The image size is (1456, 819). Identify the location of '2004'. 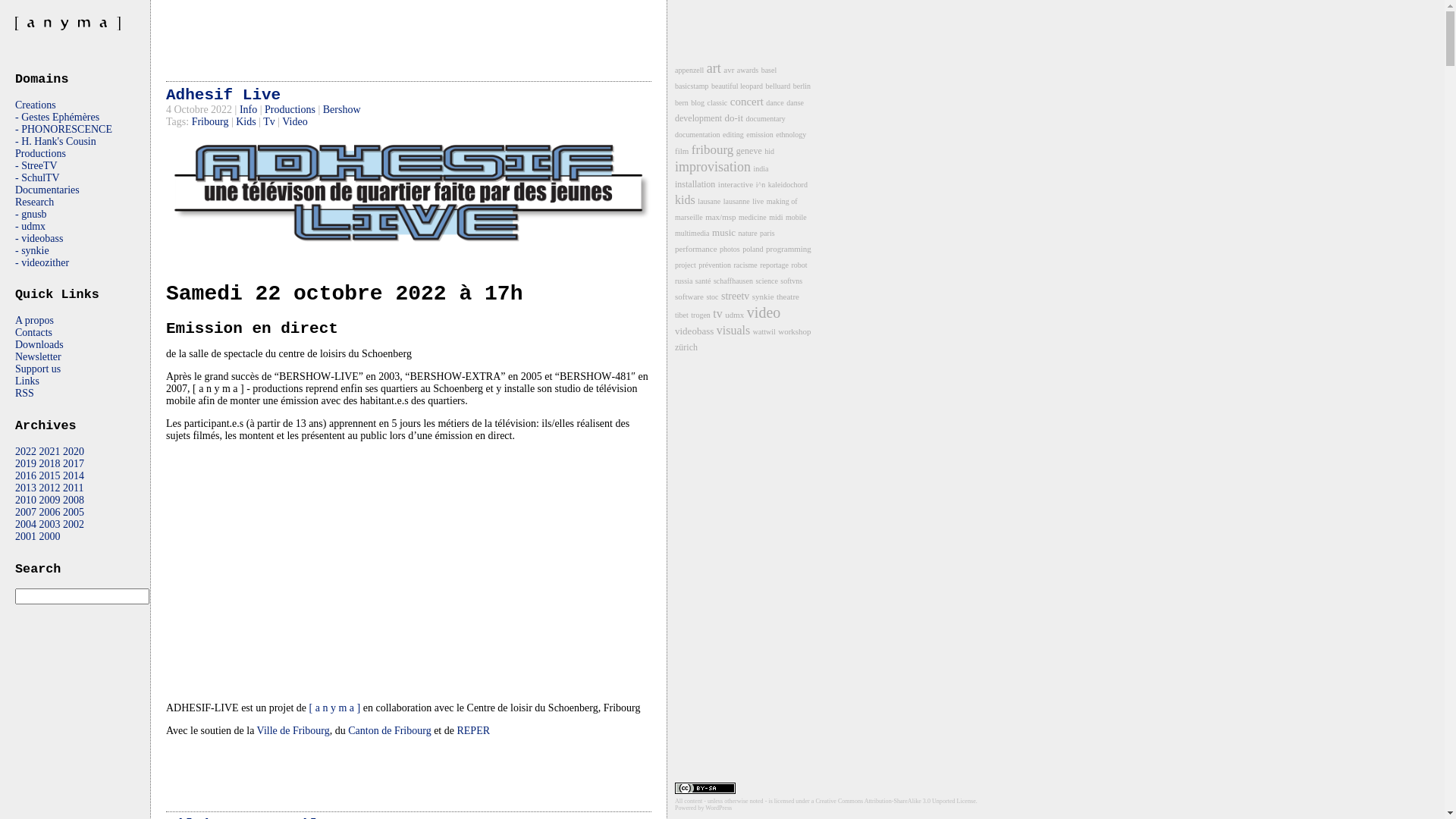
(14, 523).